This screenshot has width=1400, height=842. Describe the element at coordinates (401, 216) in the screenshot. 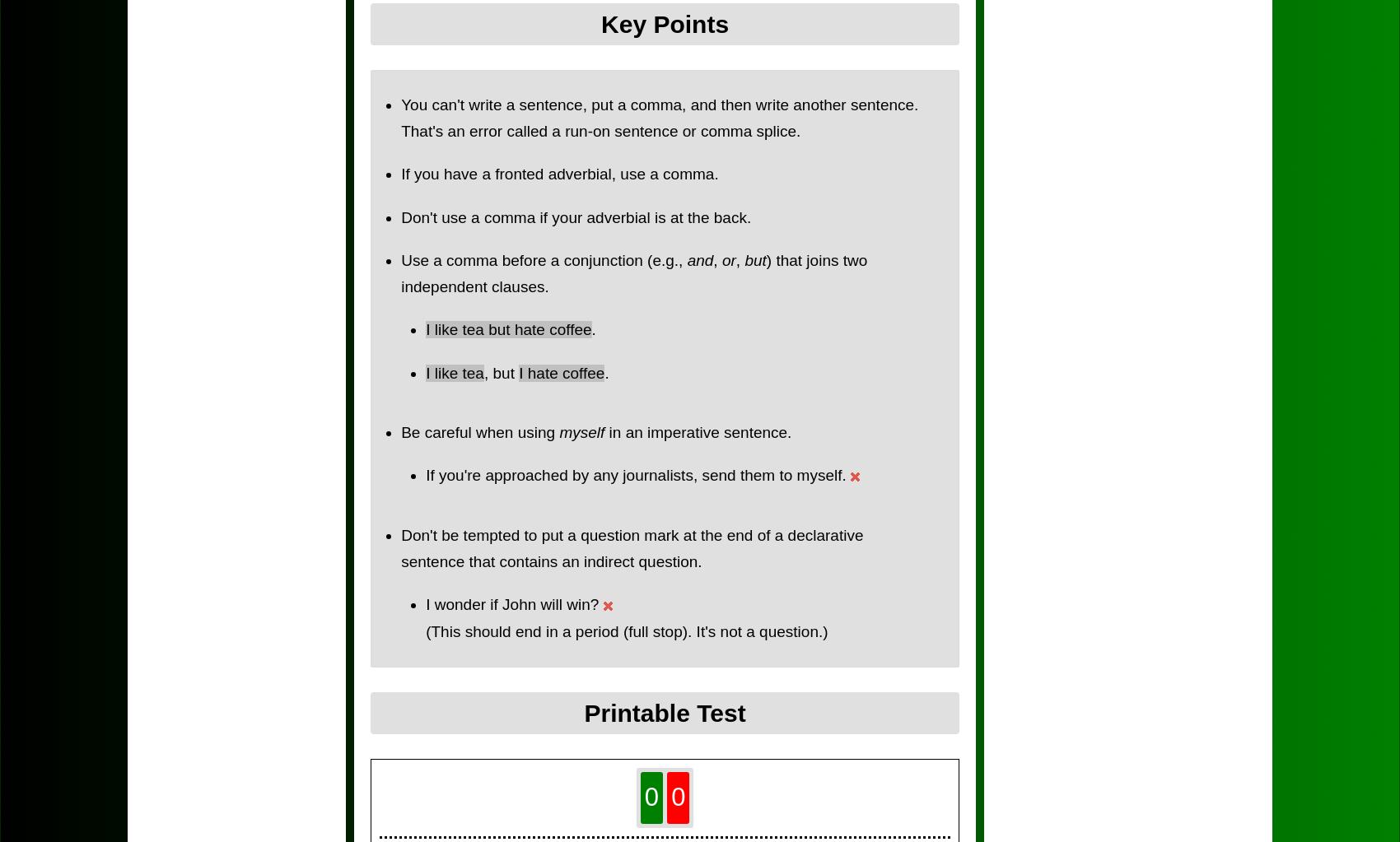

I see `'Don't use a comma if your adverbial is at the back.'` at that location.